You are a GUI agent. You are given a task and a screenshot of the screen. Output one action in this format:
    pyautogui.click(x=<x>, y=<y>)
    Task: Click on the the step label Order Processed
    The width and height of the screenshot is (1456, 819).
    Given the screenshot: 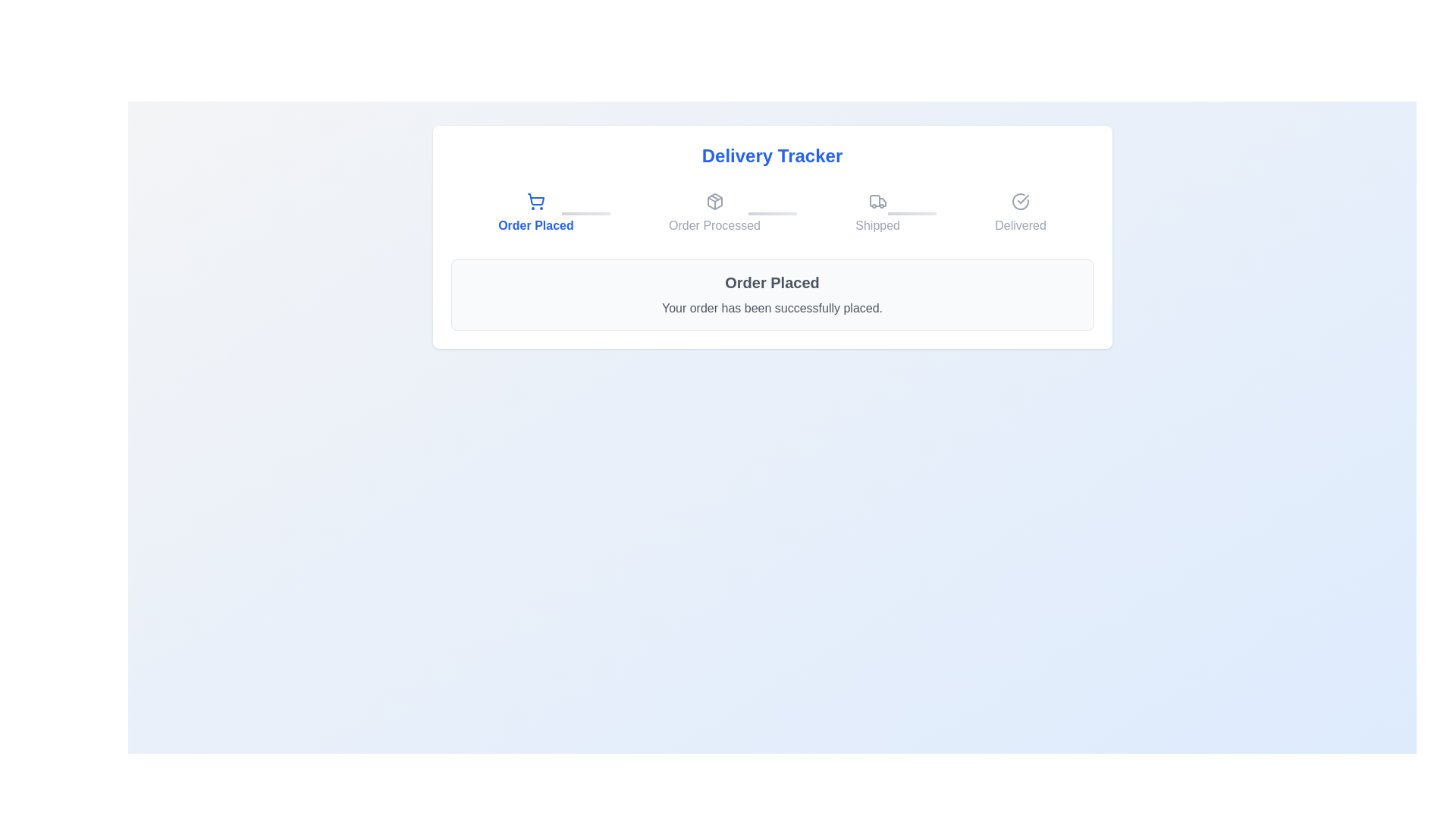 What is the action you would take?
    pyautogui.click(x=714, y=213)
    